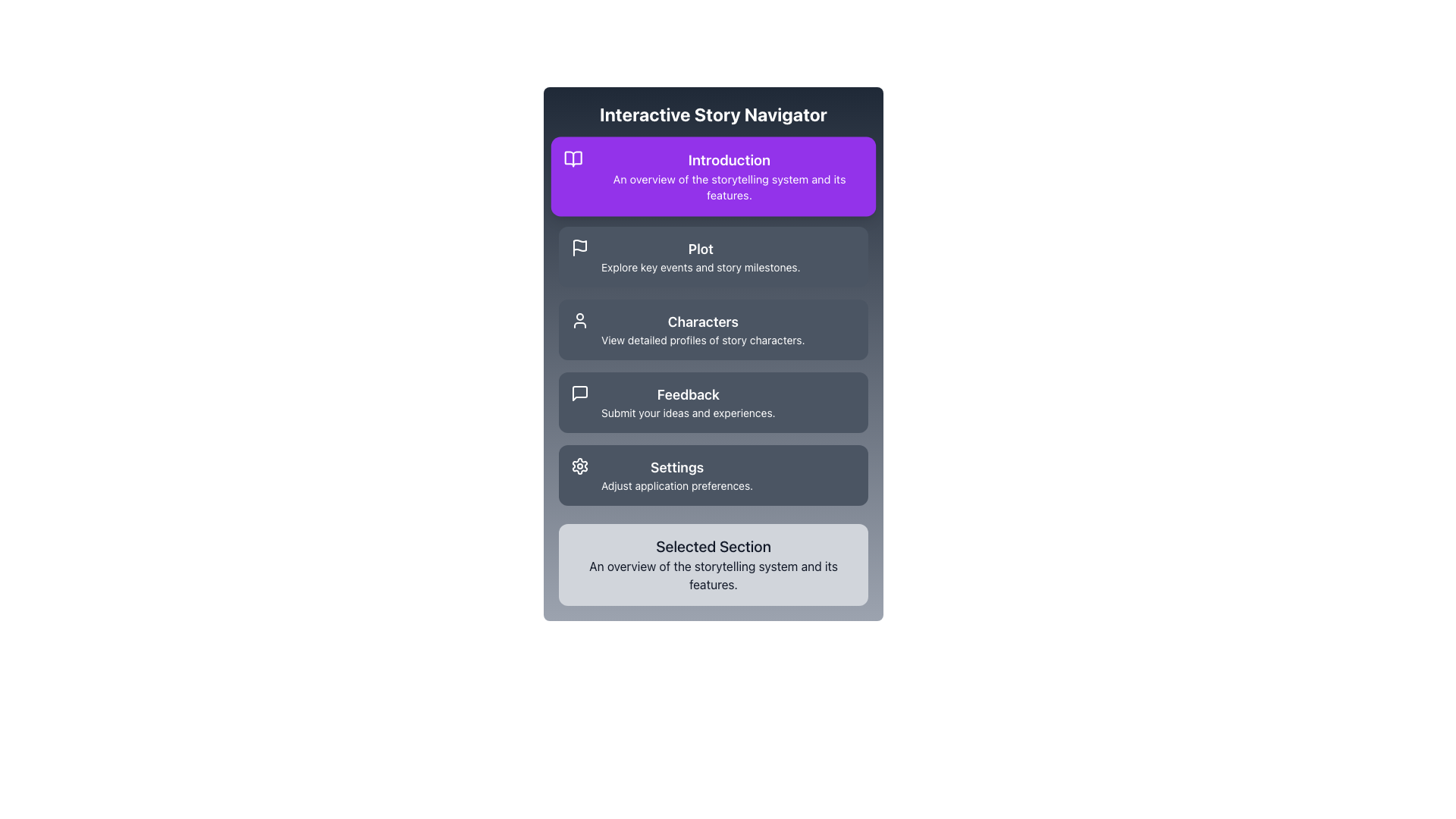  What do you see at coordinates (585, 475) in the screenshot?
I see `the settings icon, which is a white cogwheel positioned to the left of the 'Settings' section, as a static representation` at bounding box center [585, 475].